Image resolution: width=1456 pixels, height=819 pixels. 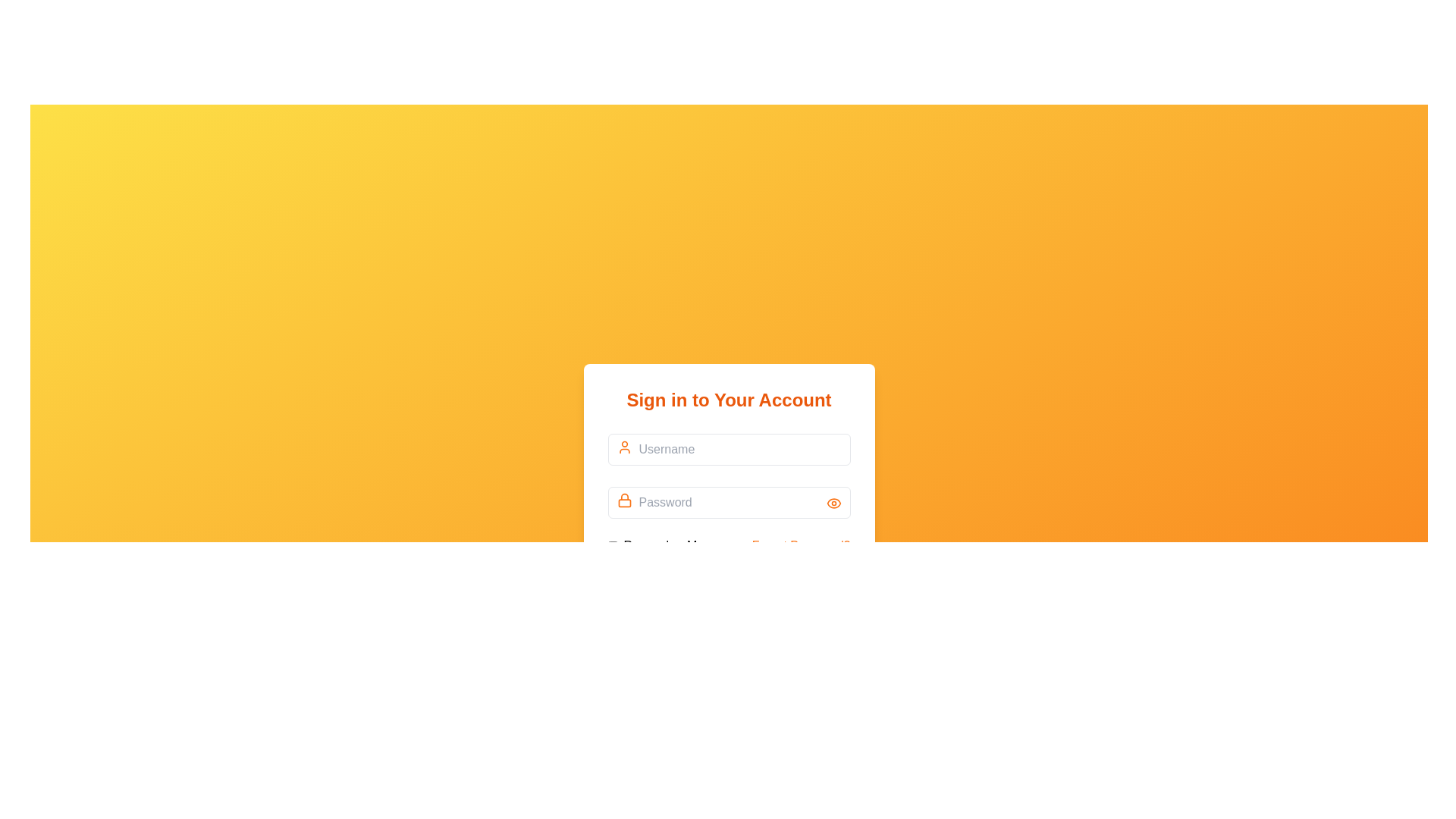 What do you see at coordinates (729, 500) in the screenshot?
I see `the Password input field located below the Username input box in the 'Sign in to Your Account' form` at bounding box center [729, 500].